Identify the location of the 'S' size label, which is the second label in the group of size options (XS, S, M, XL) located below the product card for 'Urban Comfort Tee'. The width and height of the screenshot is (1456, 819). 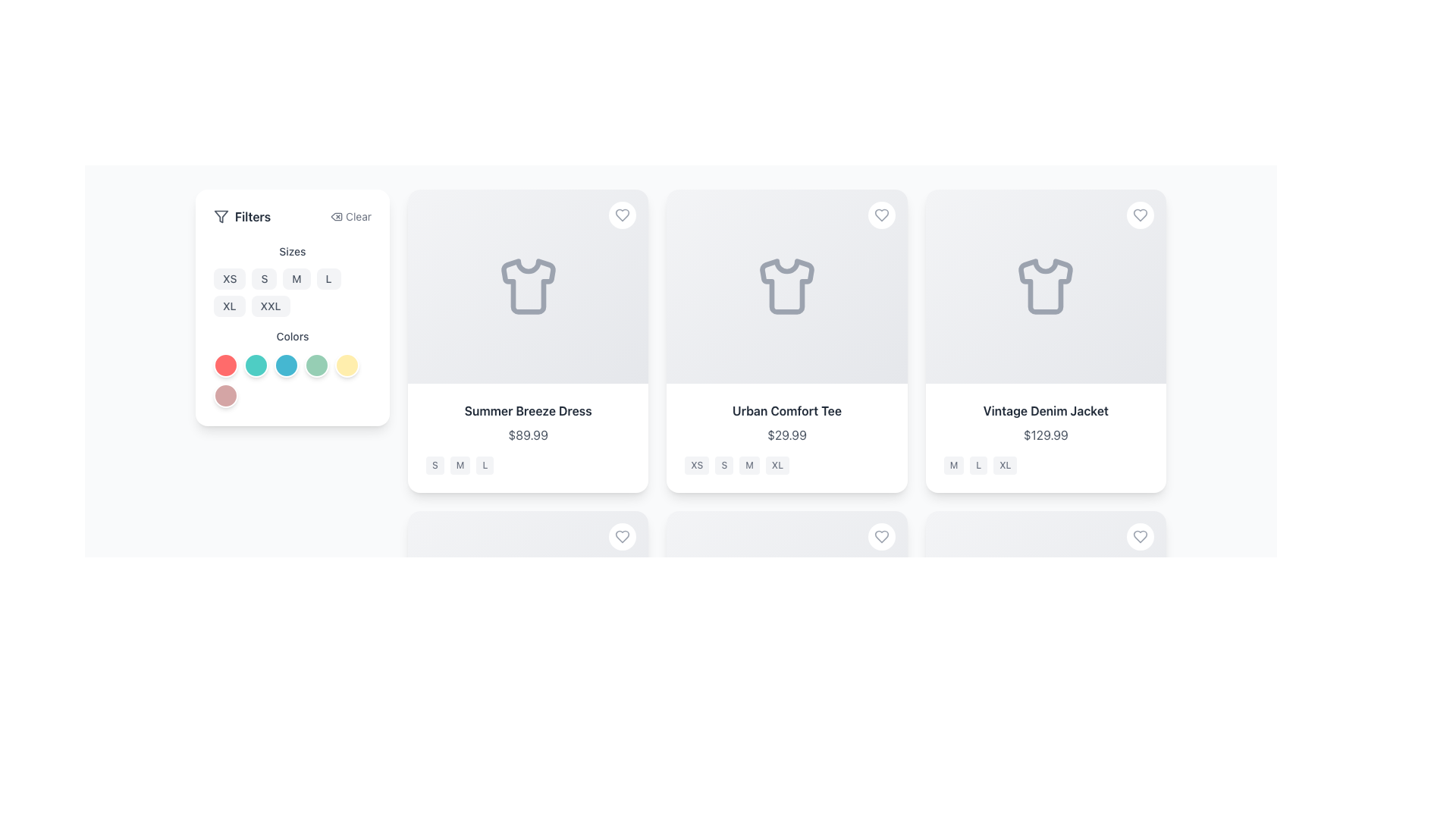
(723, 464).